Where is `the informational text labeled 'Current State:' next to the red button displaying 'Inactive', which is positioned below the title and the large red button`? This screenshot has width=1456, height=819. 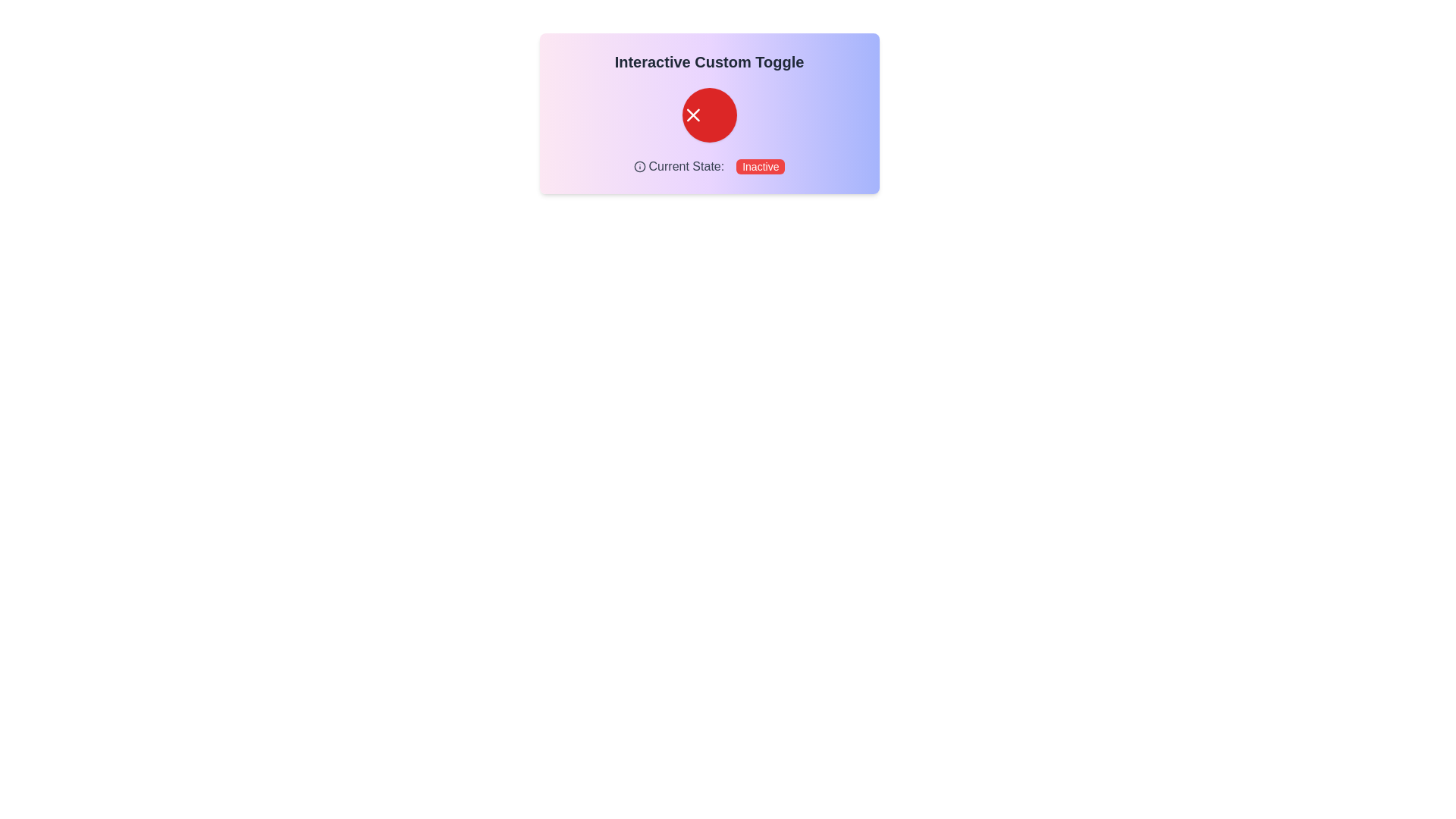 the informational text labeled 'Current State:' next to the red button displaying 'Inactive', which is positioned below the title and the large red button is located at coordinates (708, 166).